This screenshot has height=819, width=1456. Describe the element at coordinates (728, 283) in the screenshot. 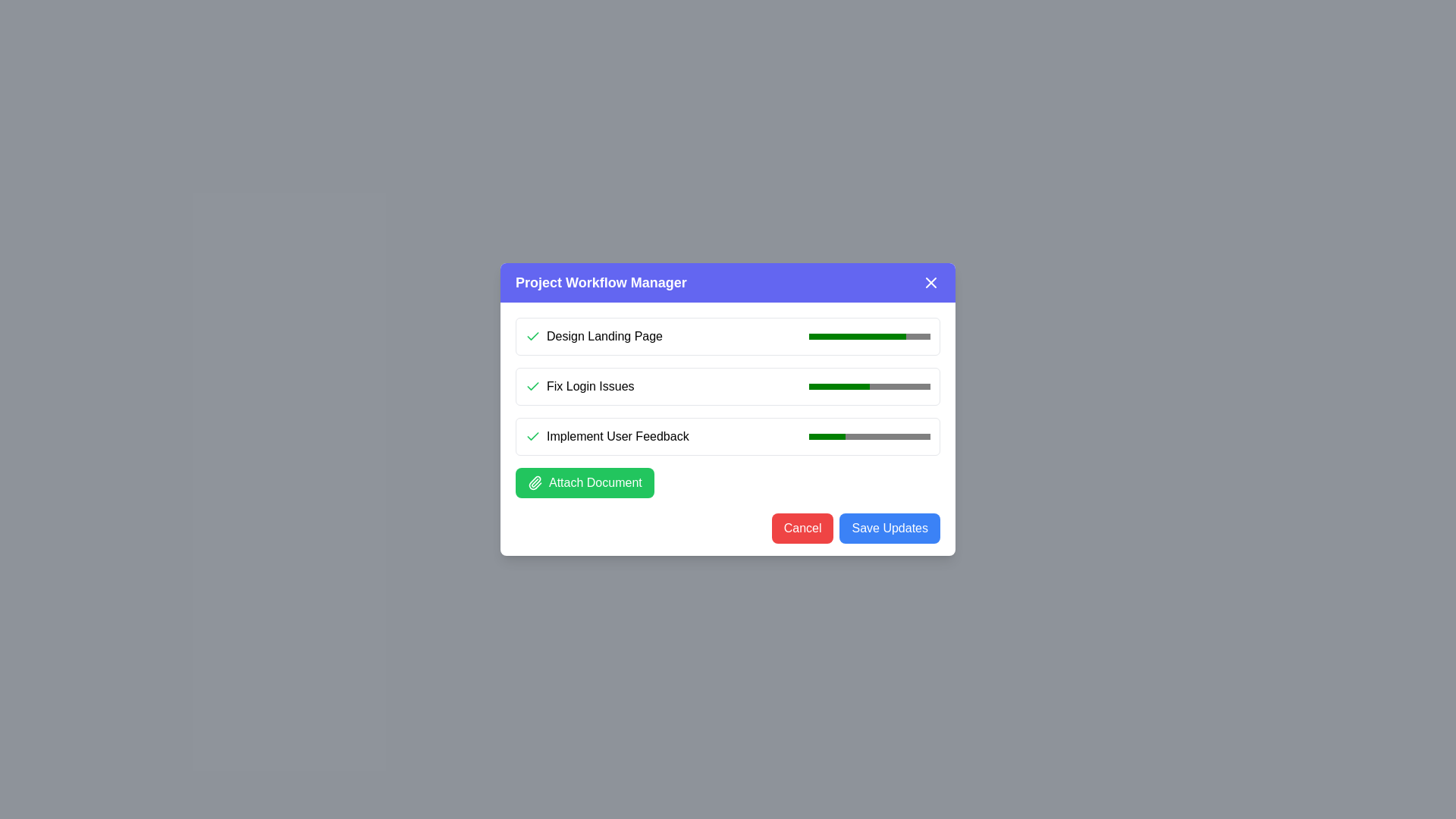

I see `the header bar at the top-center of the modal dialog` at that location.